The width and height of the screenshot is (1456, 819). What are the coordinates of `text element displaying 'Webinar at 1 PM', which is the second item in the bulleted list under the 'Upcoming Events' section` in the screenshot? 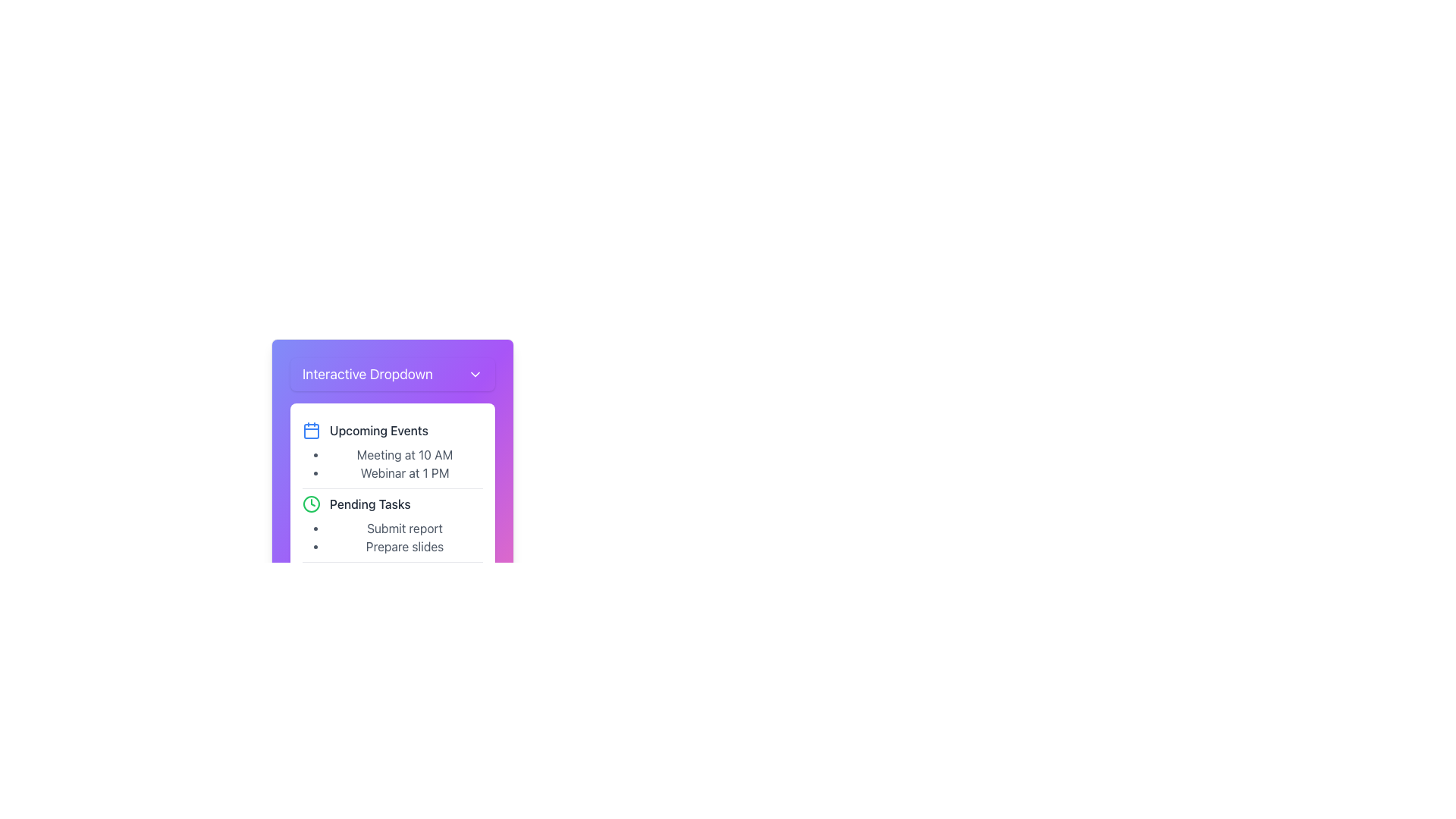 It's located at (404, 472).